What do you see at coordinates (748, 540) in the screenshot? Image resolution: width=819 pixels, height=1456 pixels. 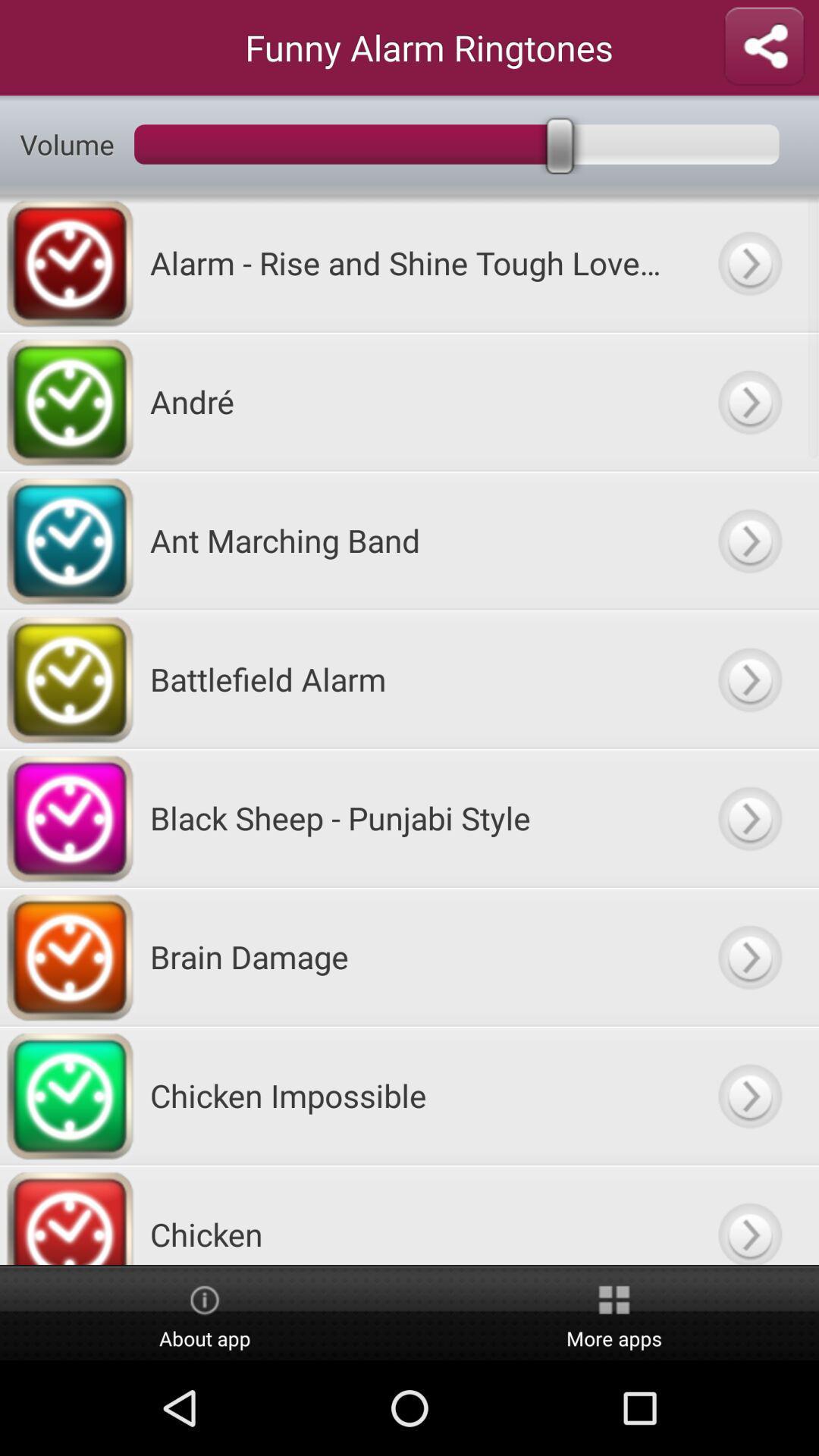 I see `the play option` at bounding box center [748, 540].